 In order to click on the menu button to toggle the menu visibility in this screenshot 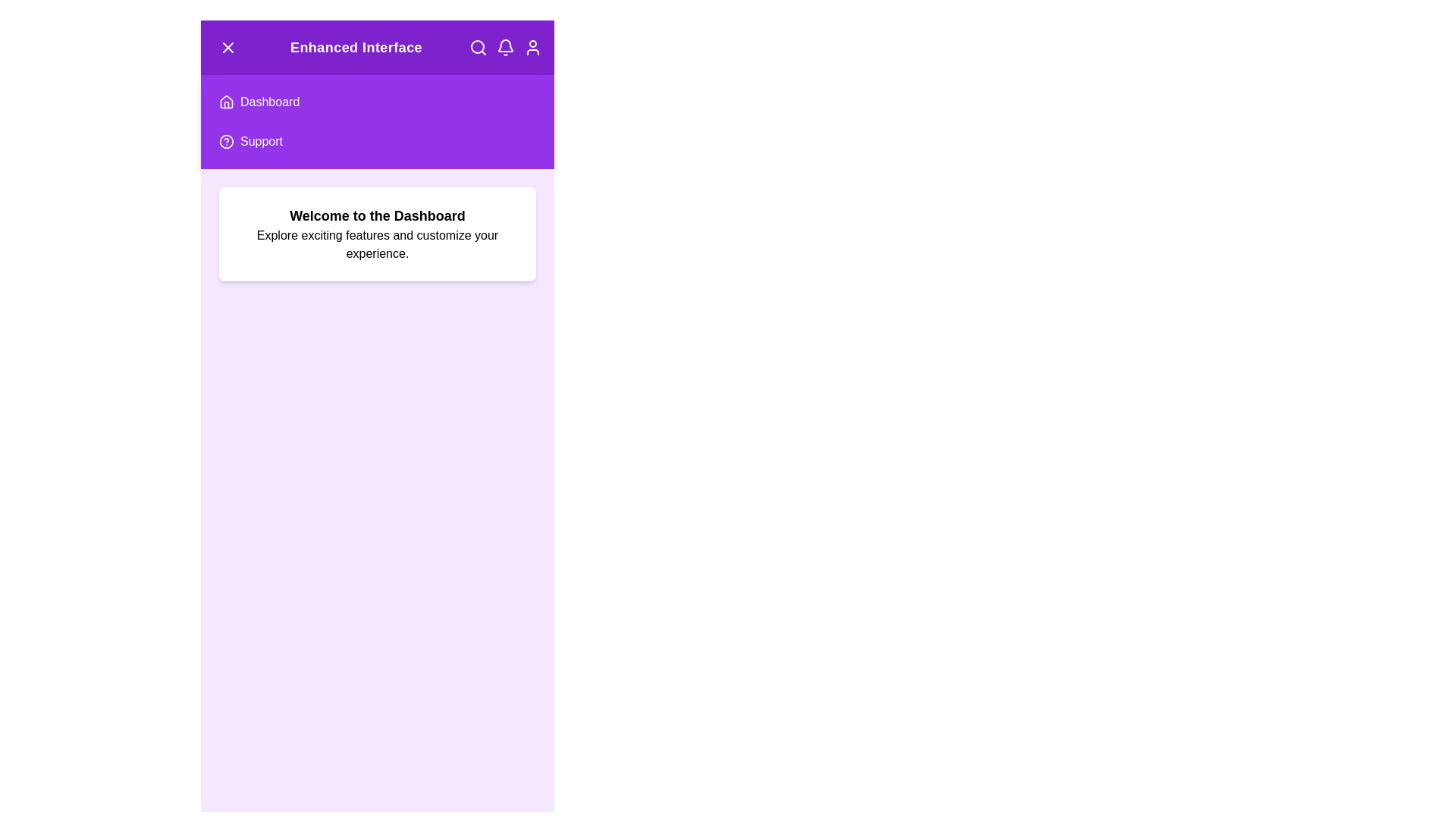, I will do `click(227, 46)`.